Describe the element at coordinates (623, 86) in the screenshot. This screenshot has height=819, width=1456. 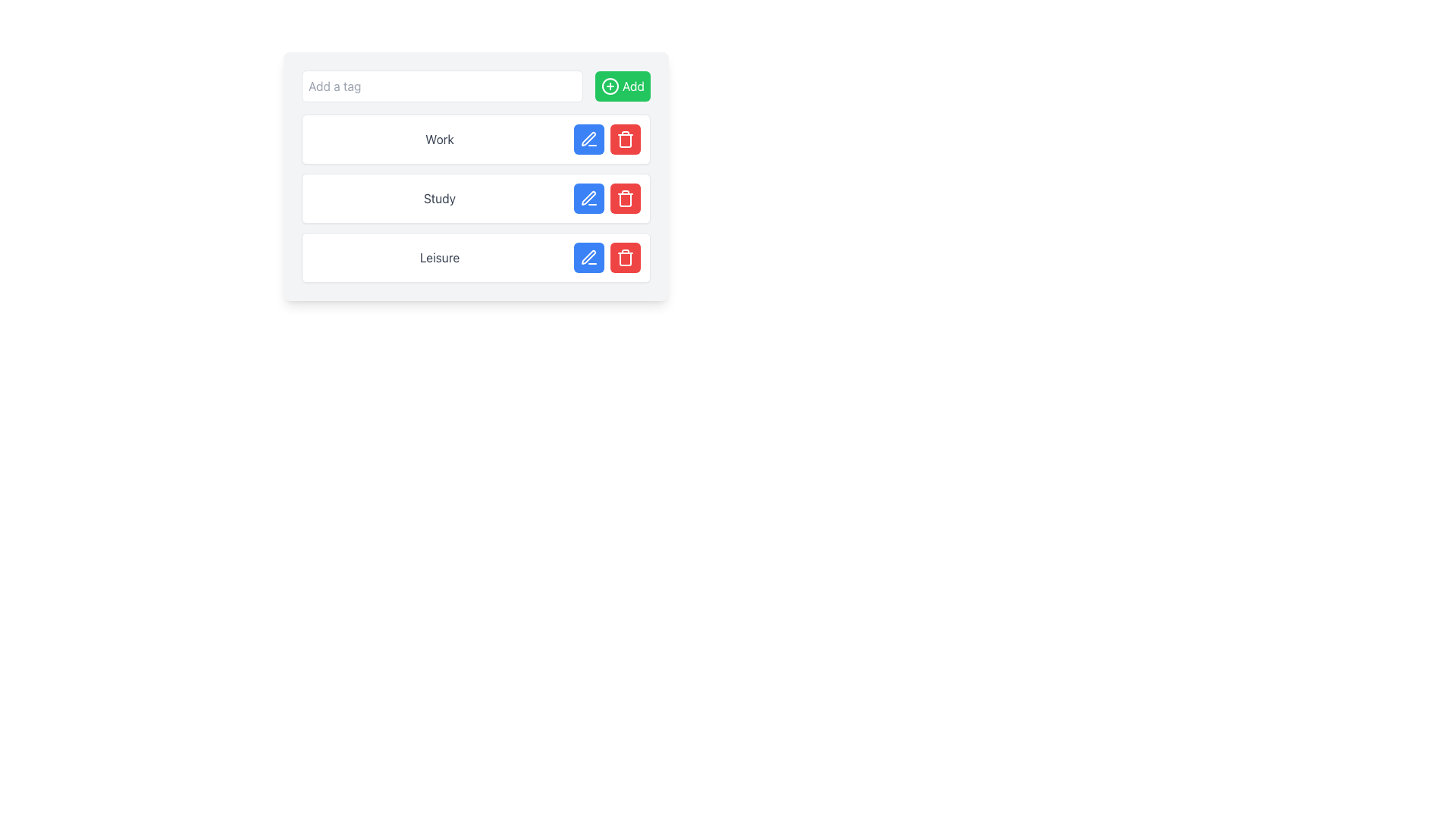
I see `the button located at the top right corner of a row, which is adjacent to a text input field` at that location.